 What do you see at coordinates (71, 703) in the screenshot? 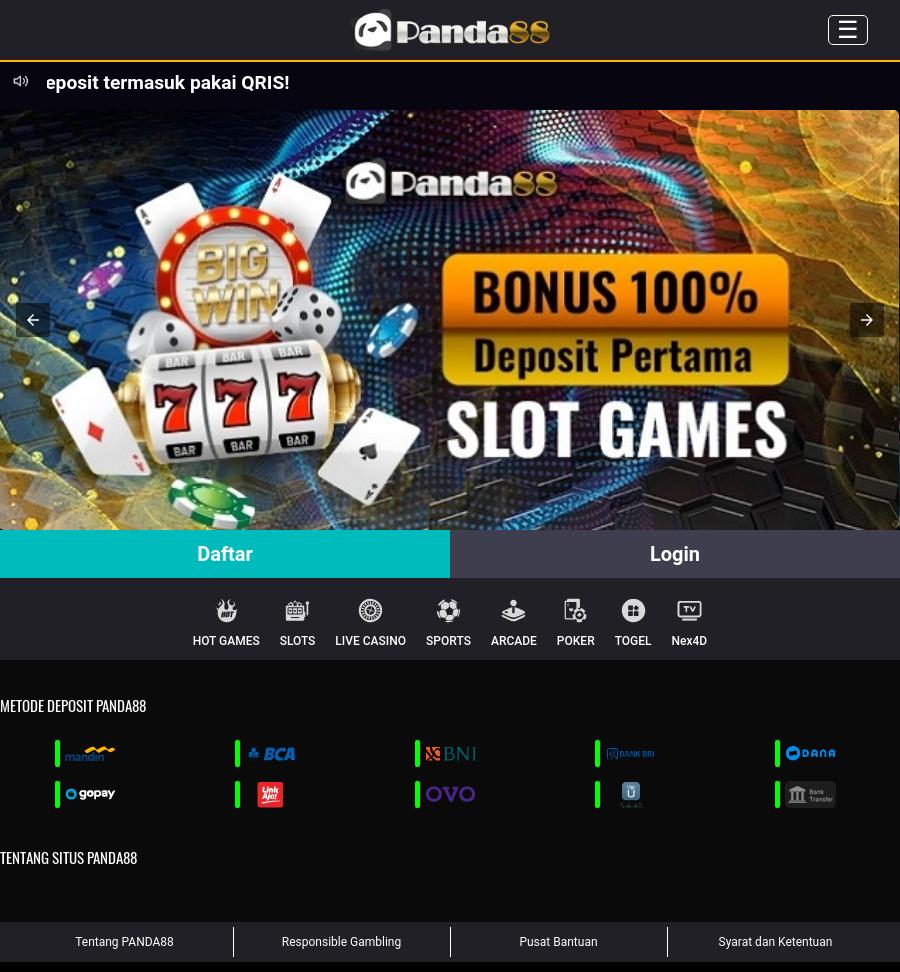
I see `'Metode Deposit PANDA88'` at bounding box center [71, 703].